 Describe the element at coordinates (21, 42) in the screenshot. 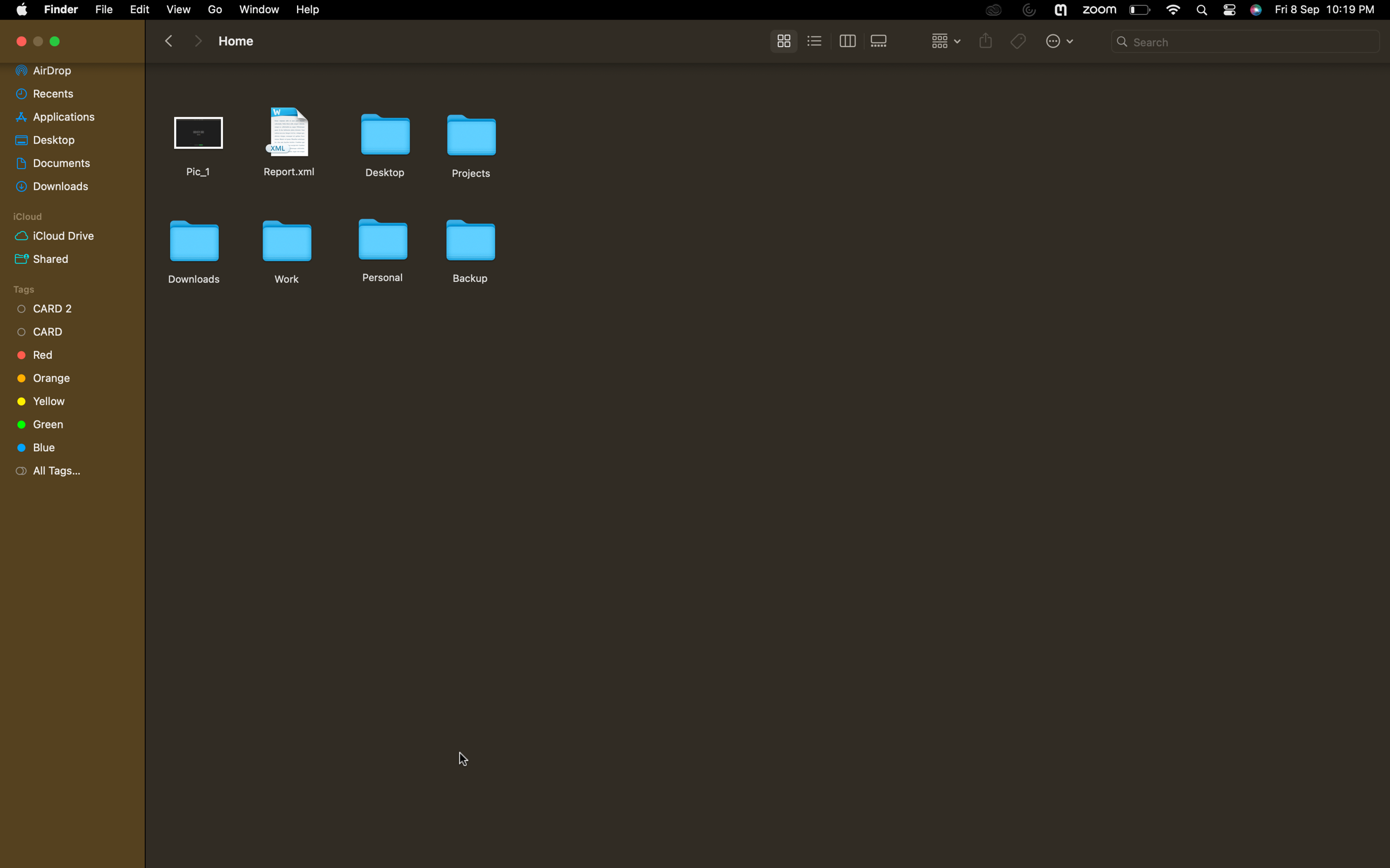

I see `Discontinue working on the current tab` at that location.